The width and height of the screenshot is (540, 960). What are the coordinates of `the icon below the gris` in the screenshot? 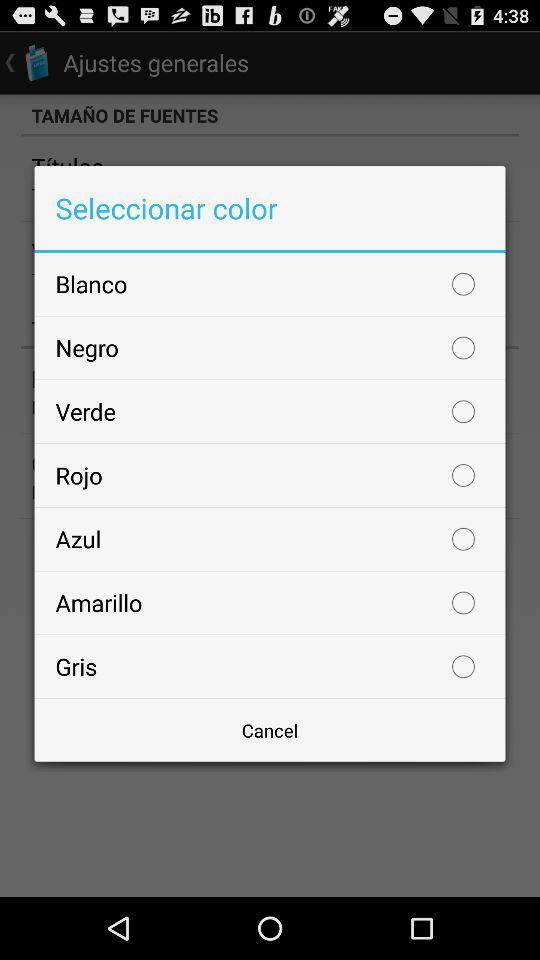 It's located at (270, 729).